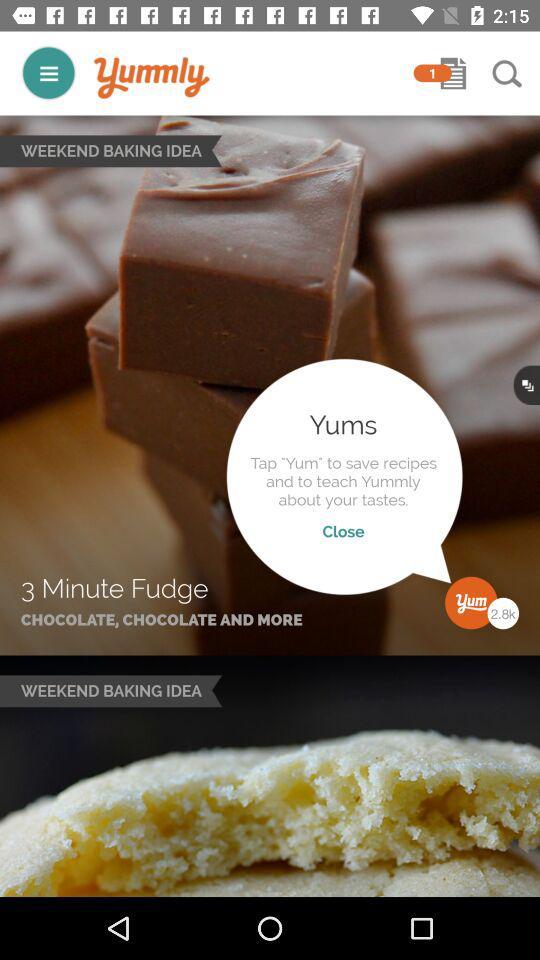 The height and width of the screenshot is (960, 540). What do you see at coordinates (48, 73) in the screenshot?
I see `show the menu` at bounding box center [48, 73].